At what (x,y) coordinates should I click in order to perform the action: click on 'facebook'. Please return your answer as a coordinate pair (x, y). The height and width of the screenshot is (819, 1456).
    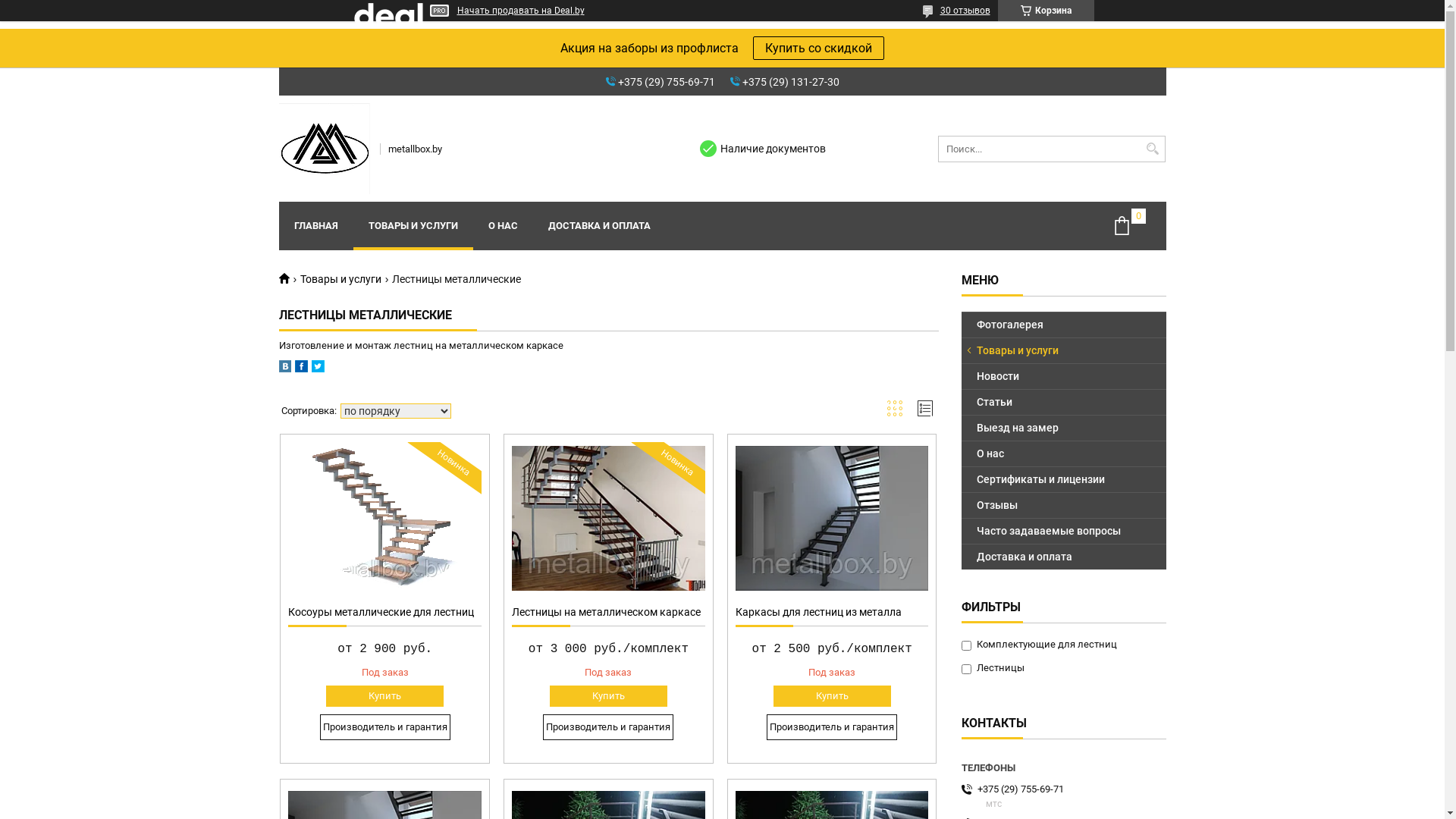
    Looking at the image, I should click on (300, 369).